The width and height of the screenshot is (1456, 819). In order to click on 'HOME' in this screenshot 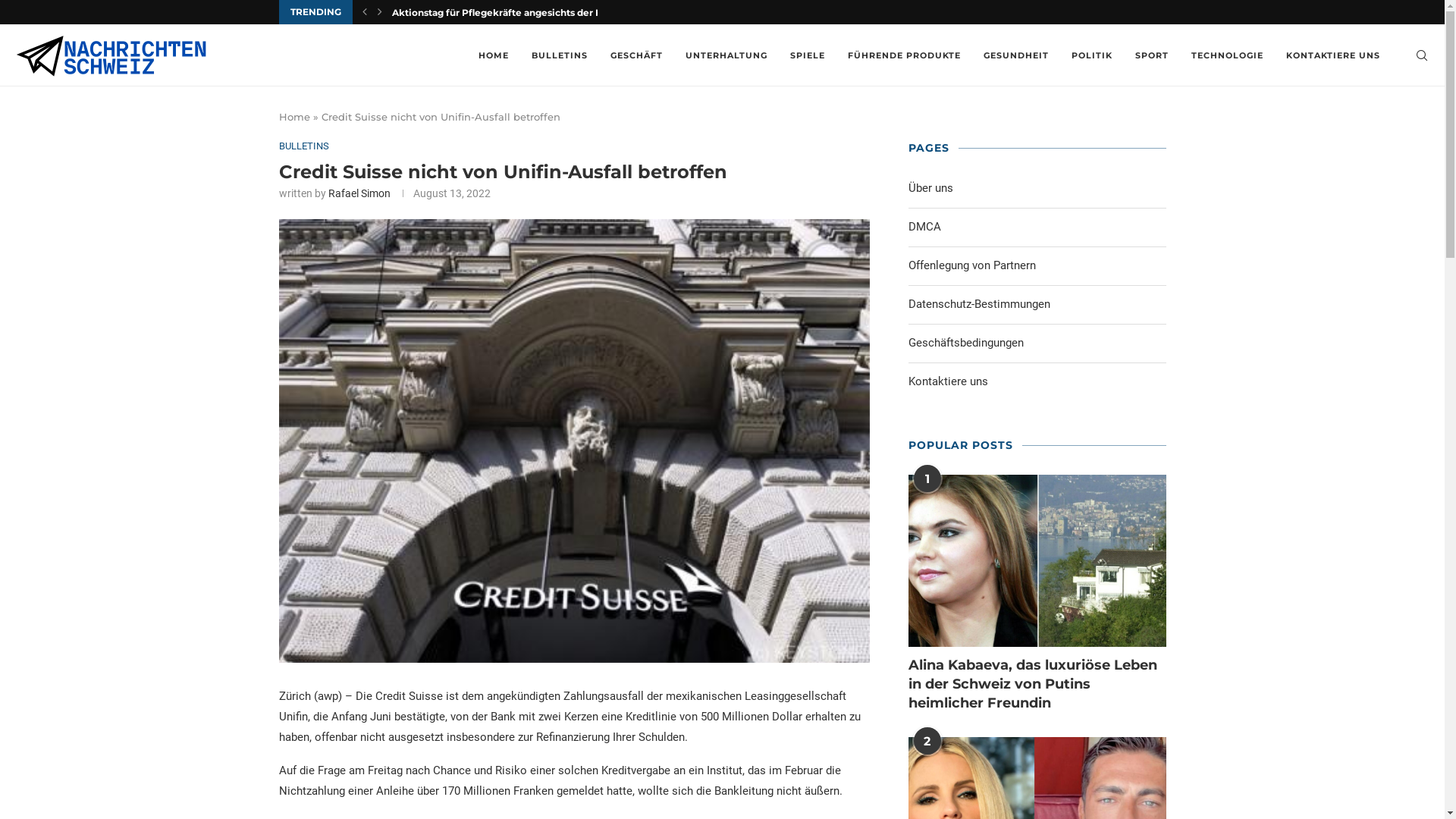, I will do `click(494, 55)`.